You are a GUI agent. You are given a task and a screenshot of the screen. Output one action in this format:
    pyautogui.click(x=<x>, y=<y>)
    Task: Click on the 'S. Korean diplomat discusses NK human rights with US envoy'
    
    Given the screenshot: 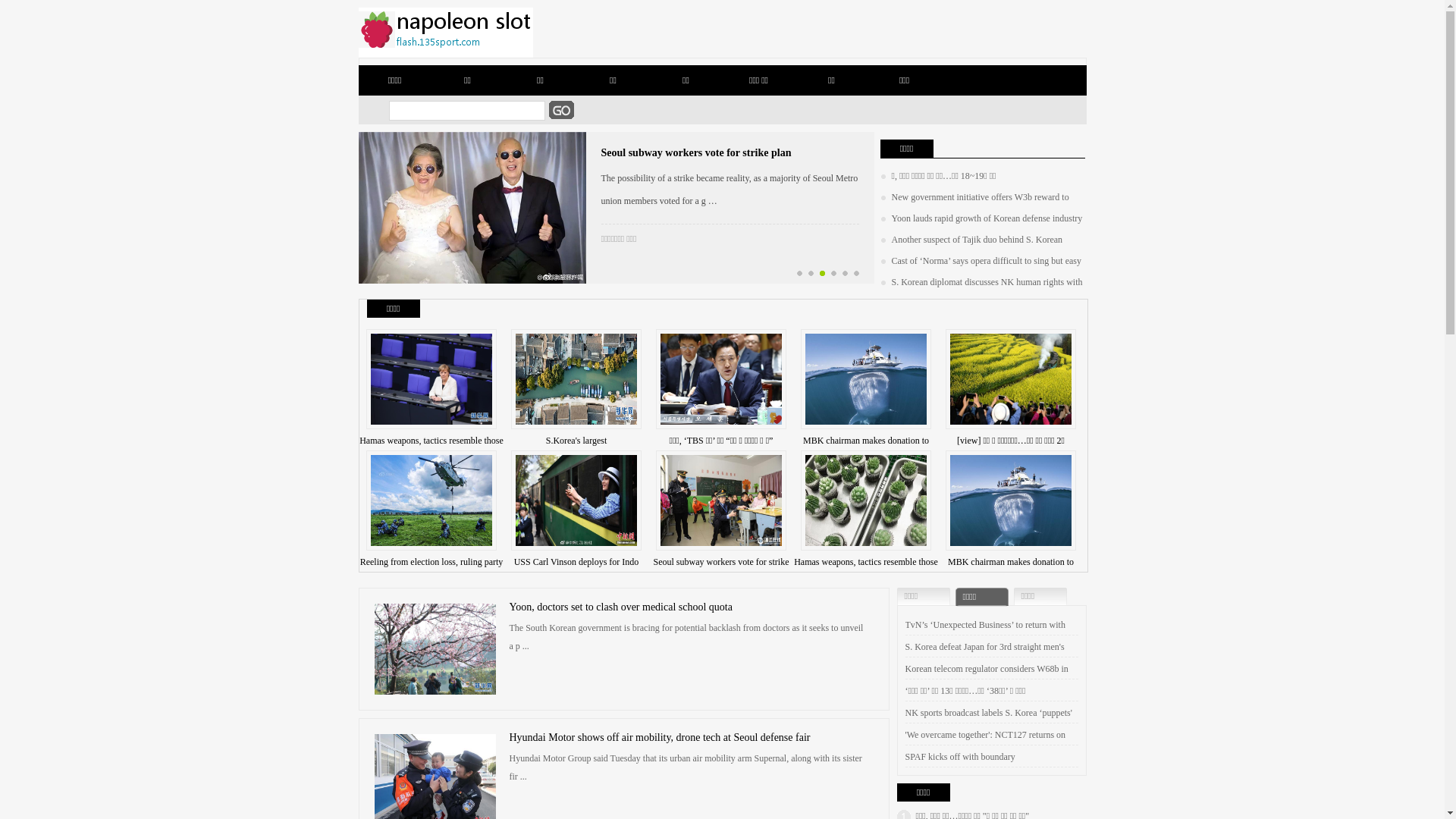 What is the action you would take?
    pyautogui.click(x=880, y=292)
    